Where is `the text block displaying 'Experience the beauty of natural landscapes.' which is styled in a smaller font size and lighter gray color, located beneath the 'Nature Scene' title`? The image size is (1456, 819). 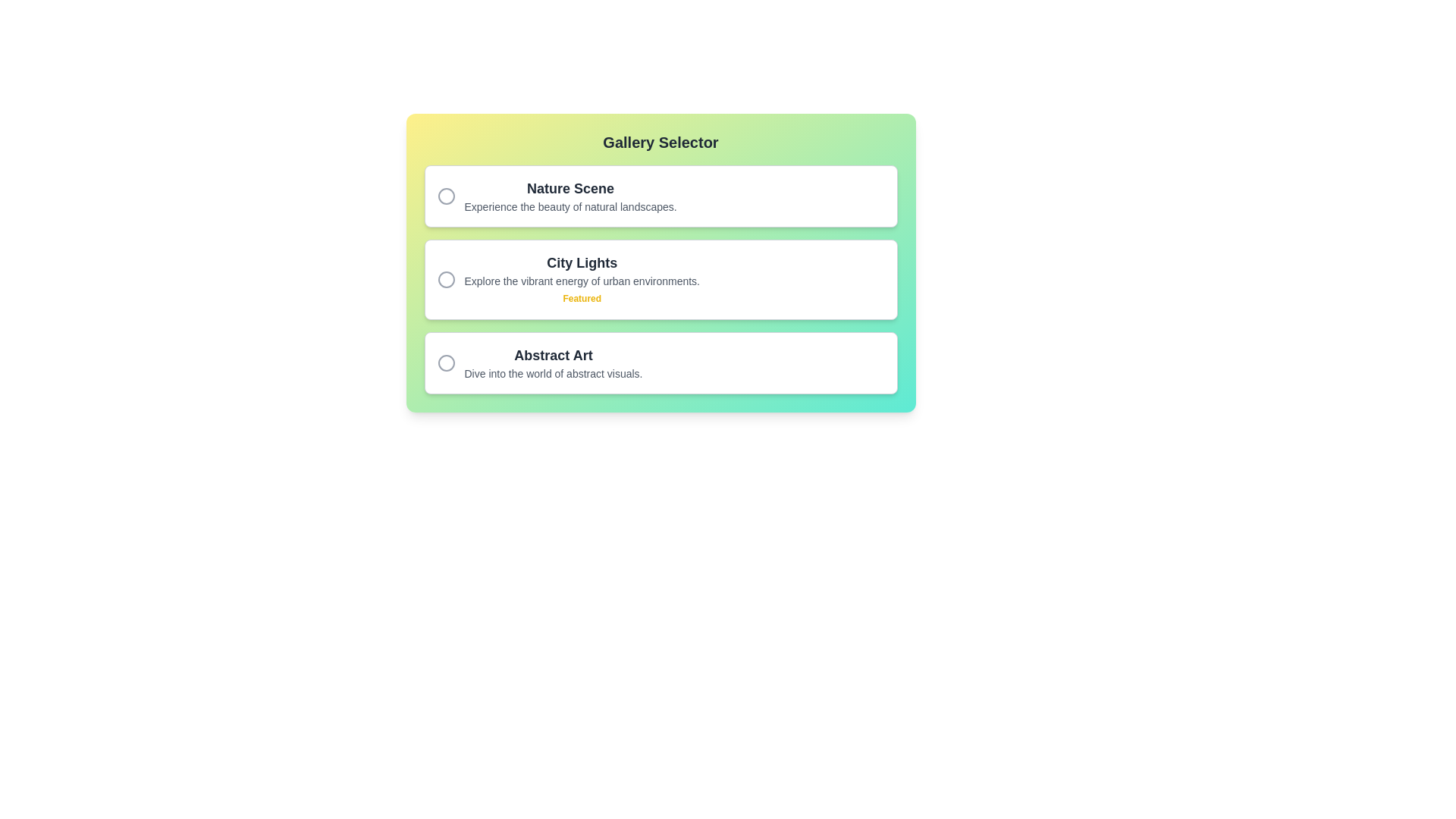 the text block displaying 'Experience the beauty of natural landscapes.' which is styled in a smaller font size and lighter gray color, located beneath the 'Nature Scene' title is located at coordinates (570, 207).